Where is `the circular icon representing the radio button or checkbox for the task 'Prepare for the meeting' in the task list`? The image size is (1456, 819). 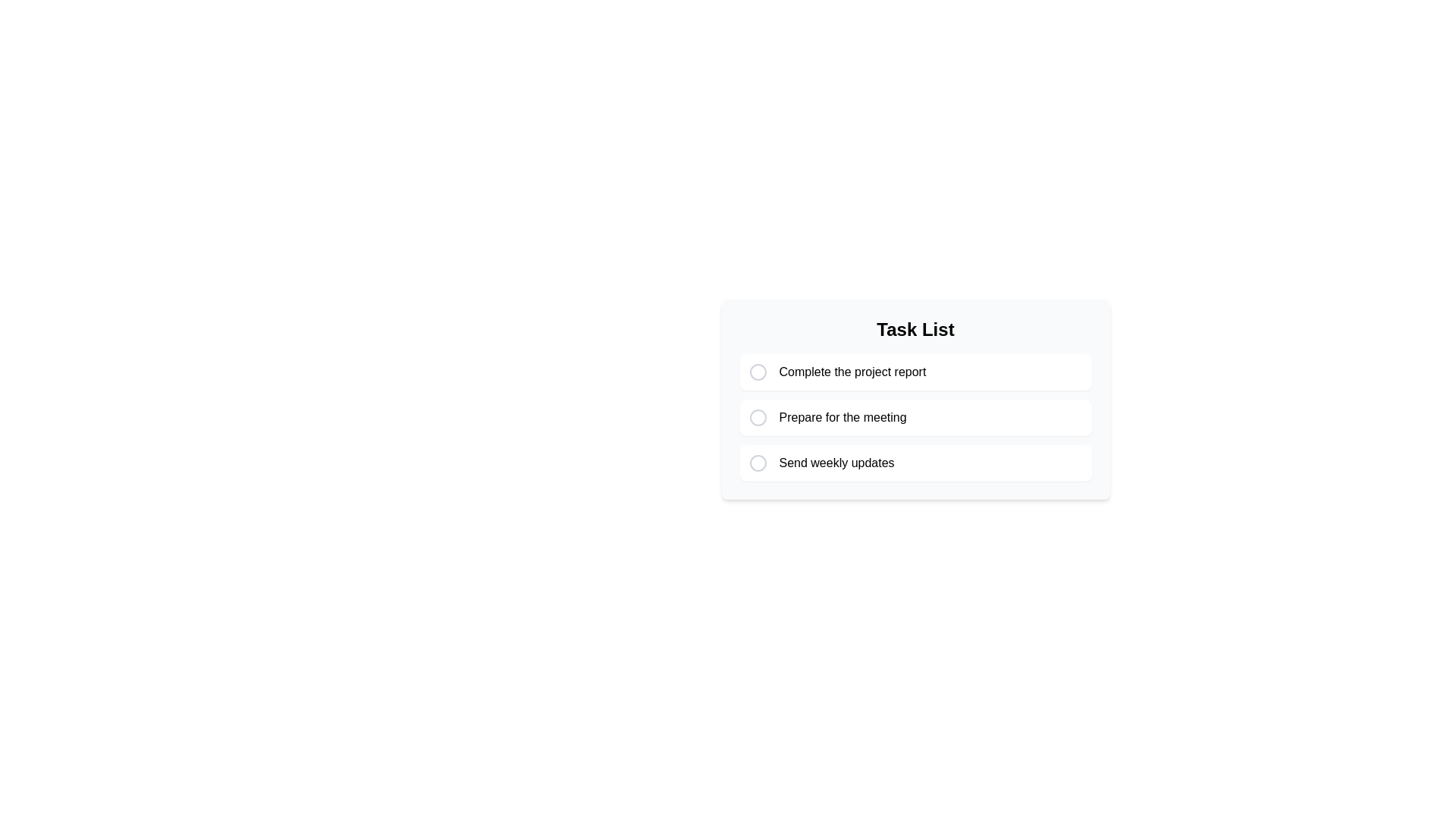
the circular icon representing the radio button or checkbox for the task 'Prepare for the meeting' in the task list is located at coordinates (758, 418).